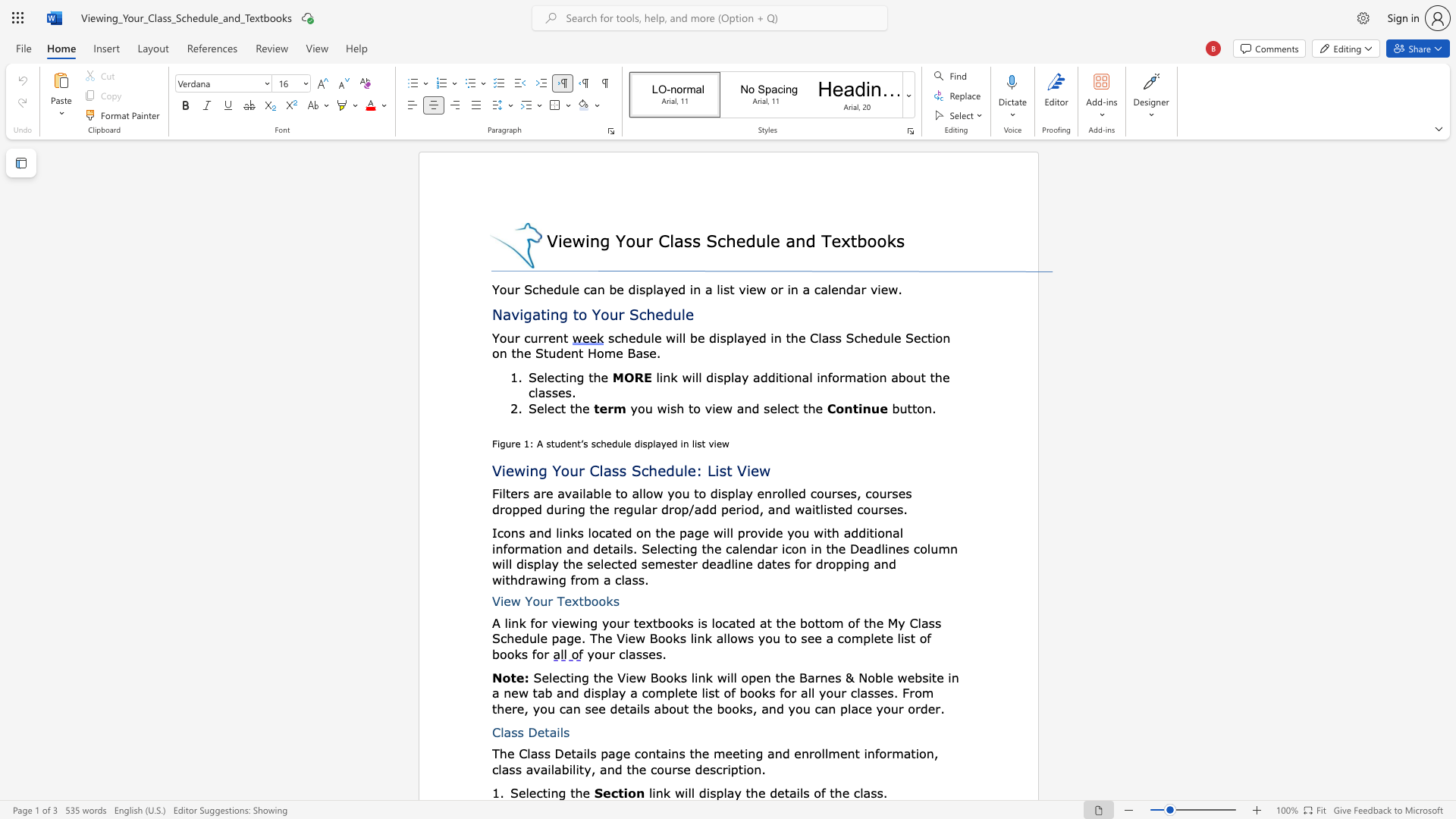 The image size is (1456, 819). What do you see at coordinates (536, 792) in the screenshot?
I see `the subset text "ct" within the text "Selecting the"` at bounding box center [536, 792].